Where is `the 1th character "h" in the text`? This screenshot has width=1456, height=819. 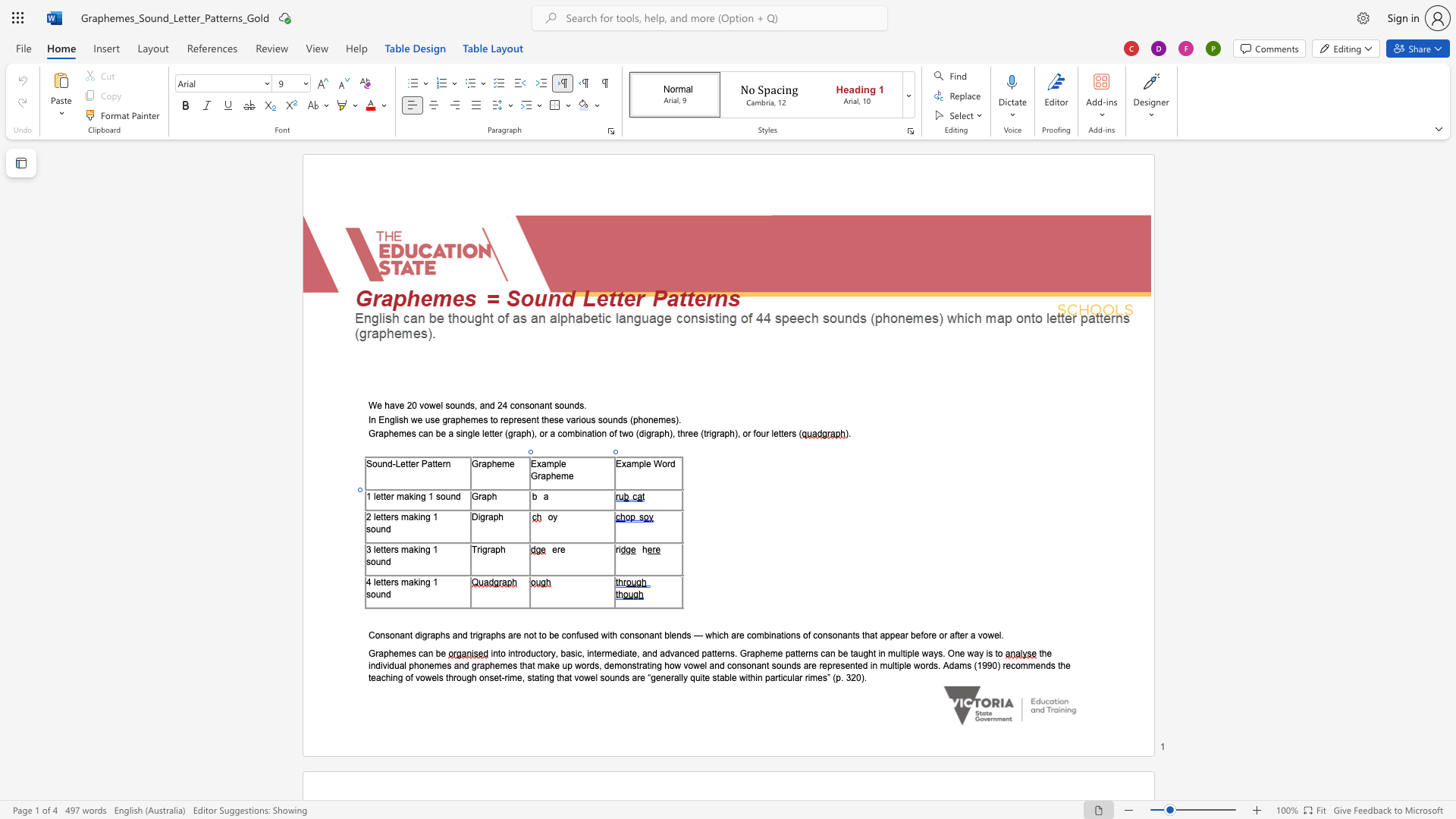 the 1th character "h" in the text is located at coordinates (494, 496).